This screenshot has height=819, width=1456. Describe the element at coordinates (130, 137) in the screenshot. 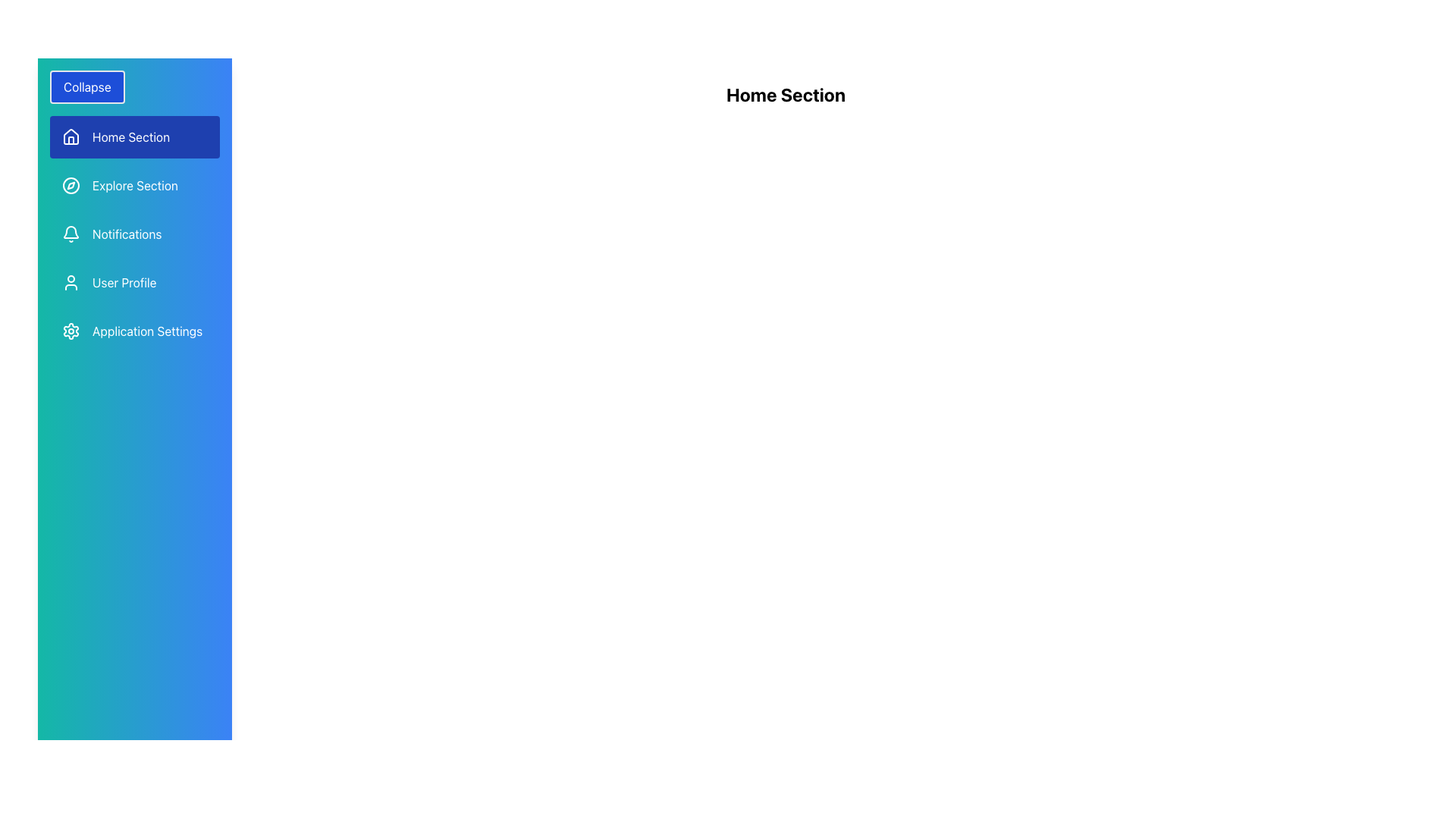

I see `the 'Home Section' menu item` at that location.